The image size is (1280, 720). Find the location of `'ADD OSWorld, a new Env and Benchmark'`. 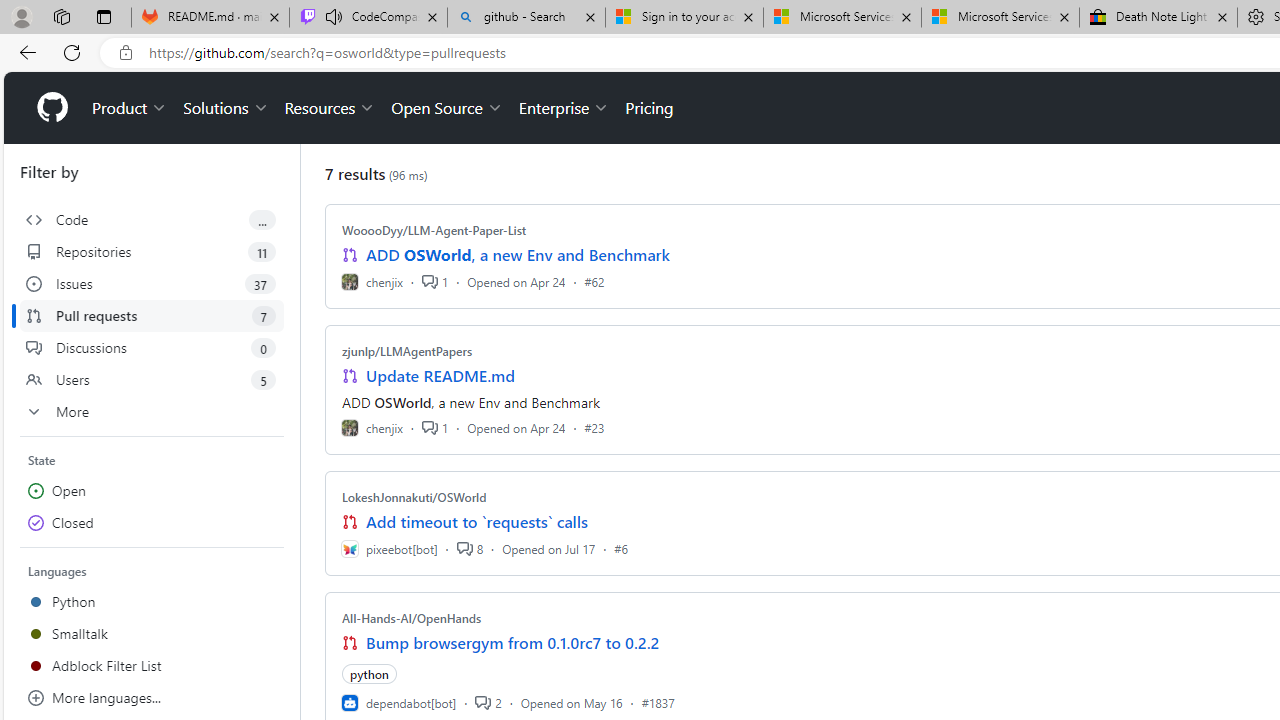

'ADD OSWorld, a new Env and Benchmark' is located at coordinates (517, 254).